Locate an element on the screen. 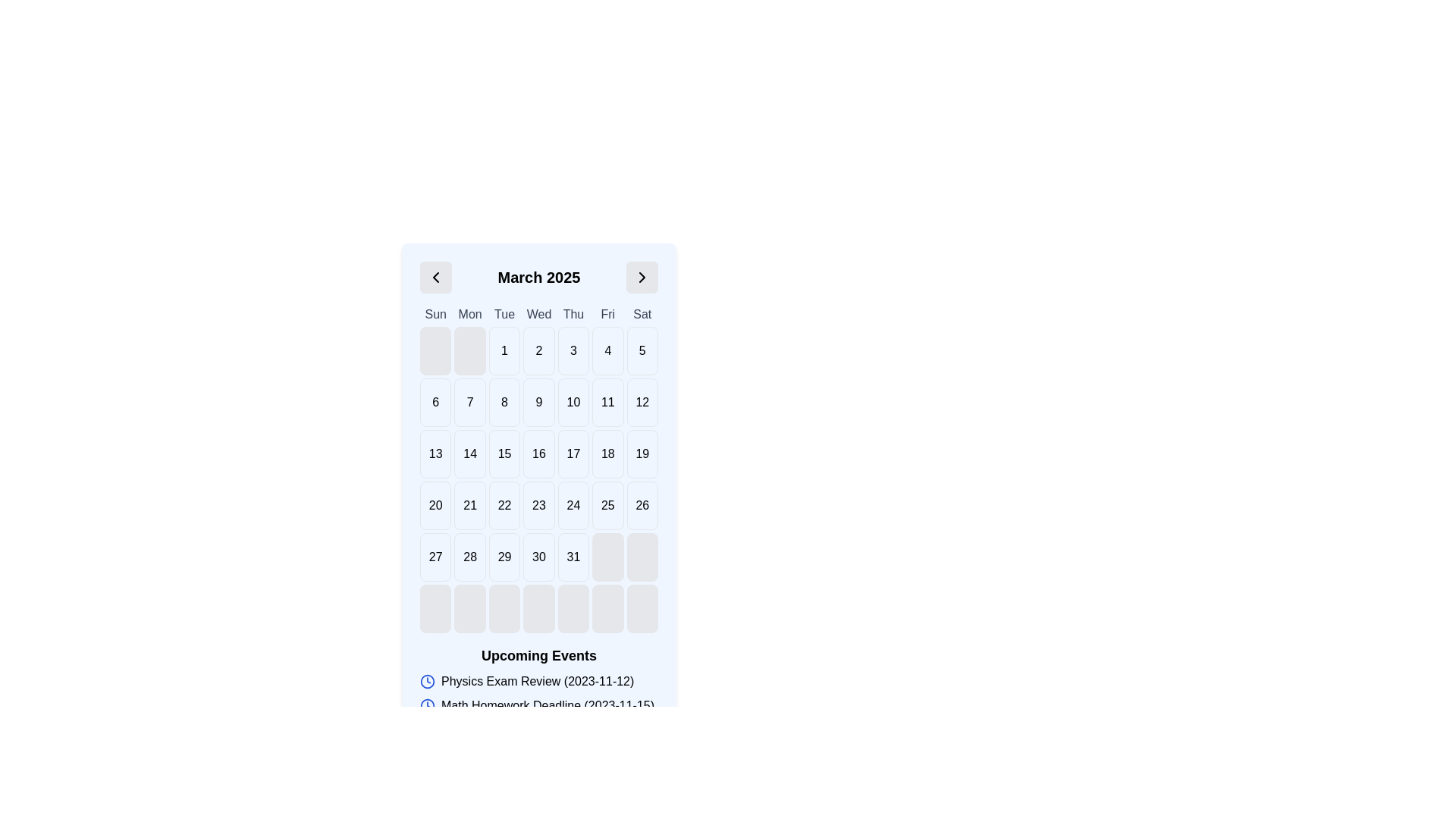 This screenshot has width=1456, height=819. the Text Label that serves as the header for the calendar, indicating the currently displayed month and year, which is centrally positioned at the top of the calendar is located at coordinates (538, 278).